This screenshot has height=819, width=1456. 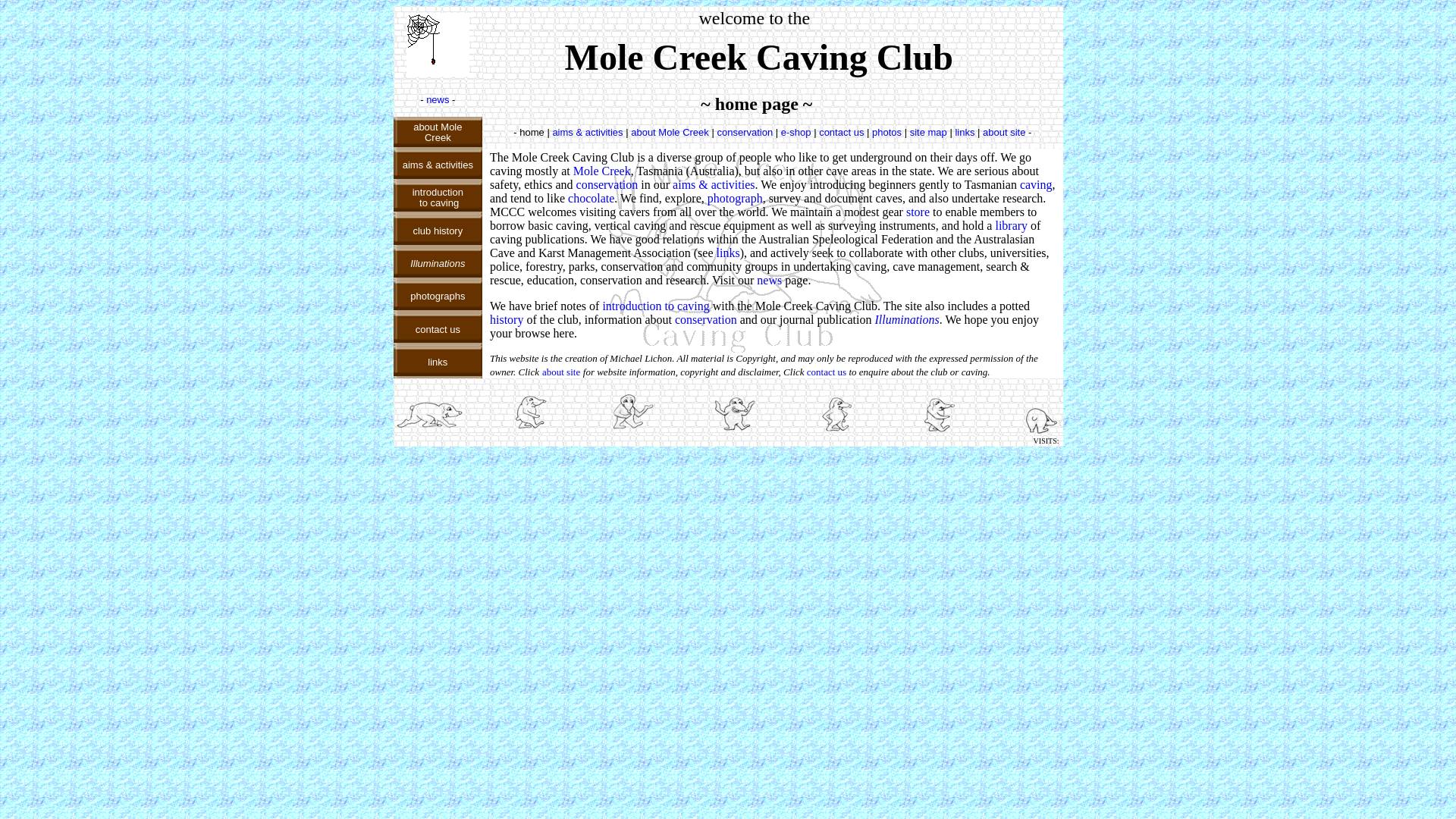 What do you see at coordinates (745, 130) in the screenshot?
I see `'conservation'` at bounding box center [745, 130].